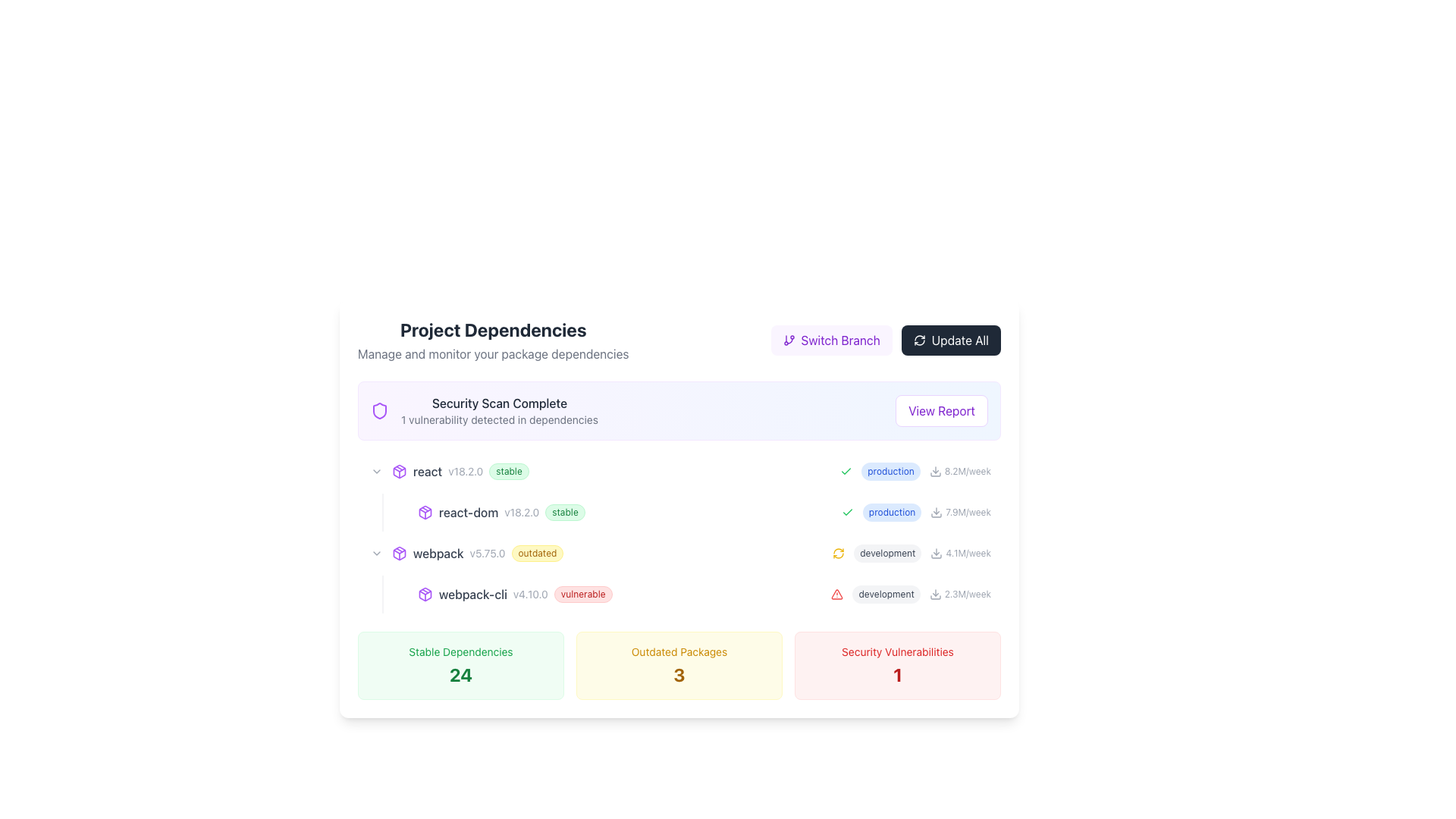 This screenshot has height=819, width=1456. I want to click on the list item entry for the 'react-dom' package in the dependency overview interface, which is positioned between the 'react' and 'webpack' entries, so click(691, 512).